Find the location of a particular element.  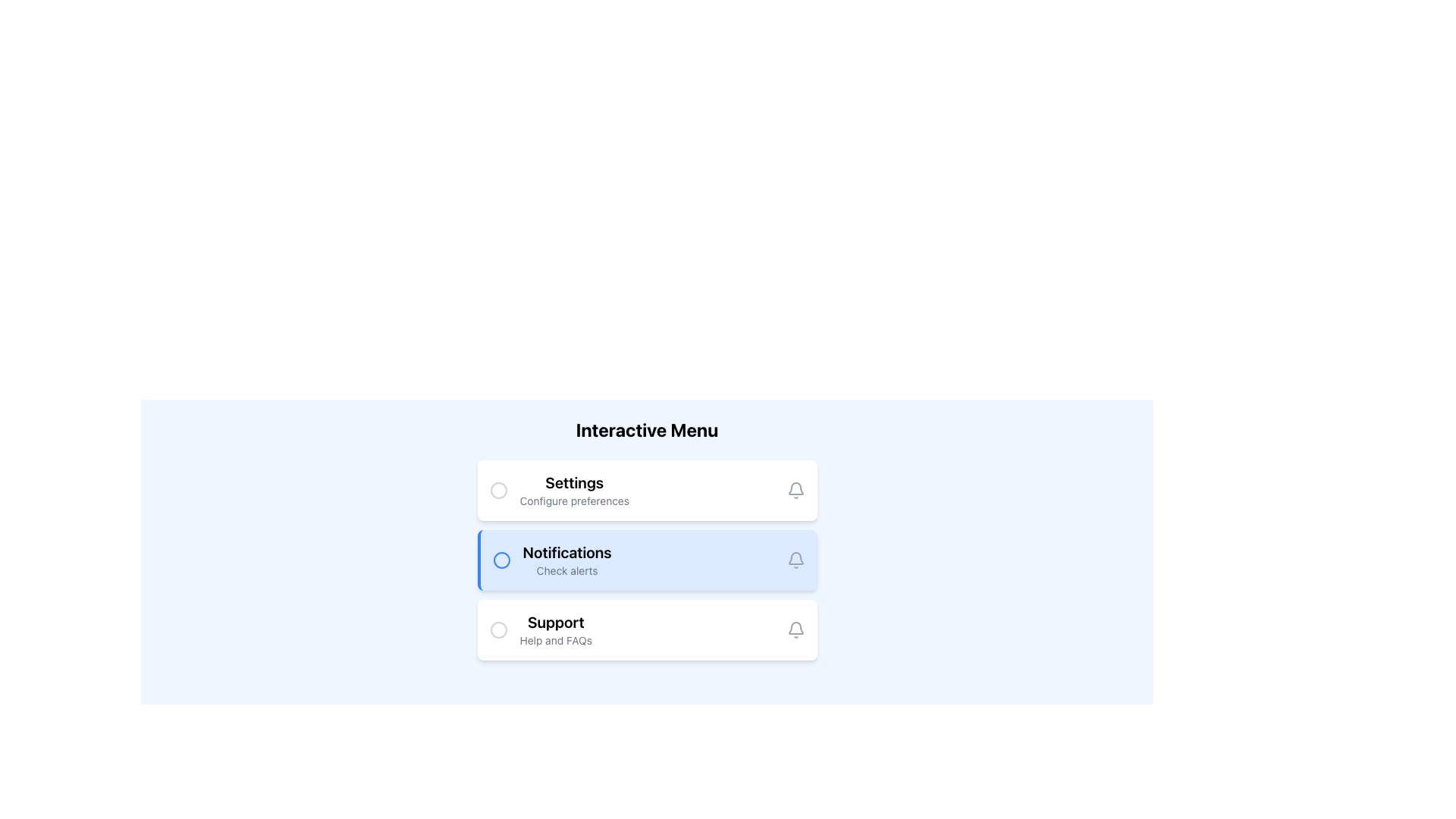

the 'Notifications' text label, which is styled in bold and larger than the subtitle, located in the menu block with a light blue background, positioned between a circular icon and a notification bell icon is located at coordinates (566, 553).